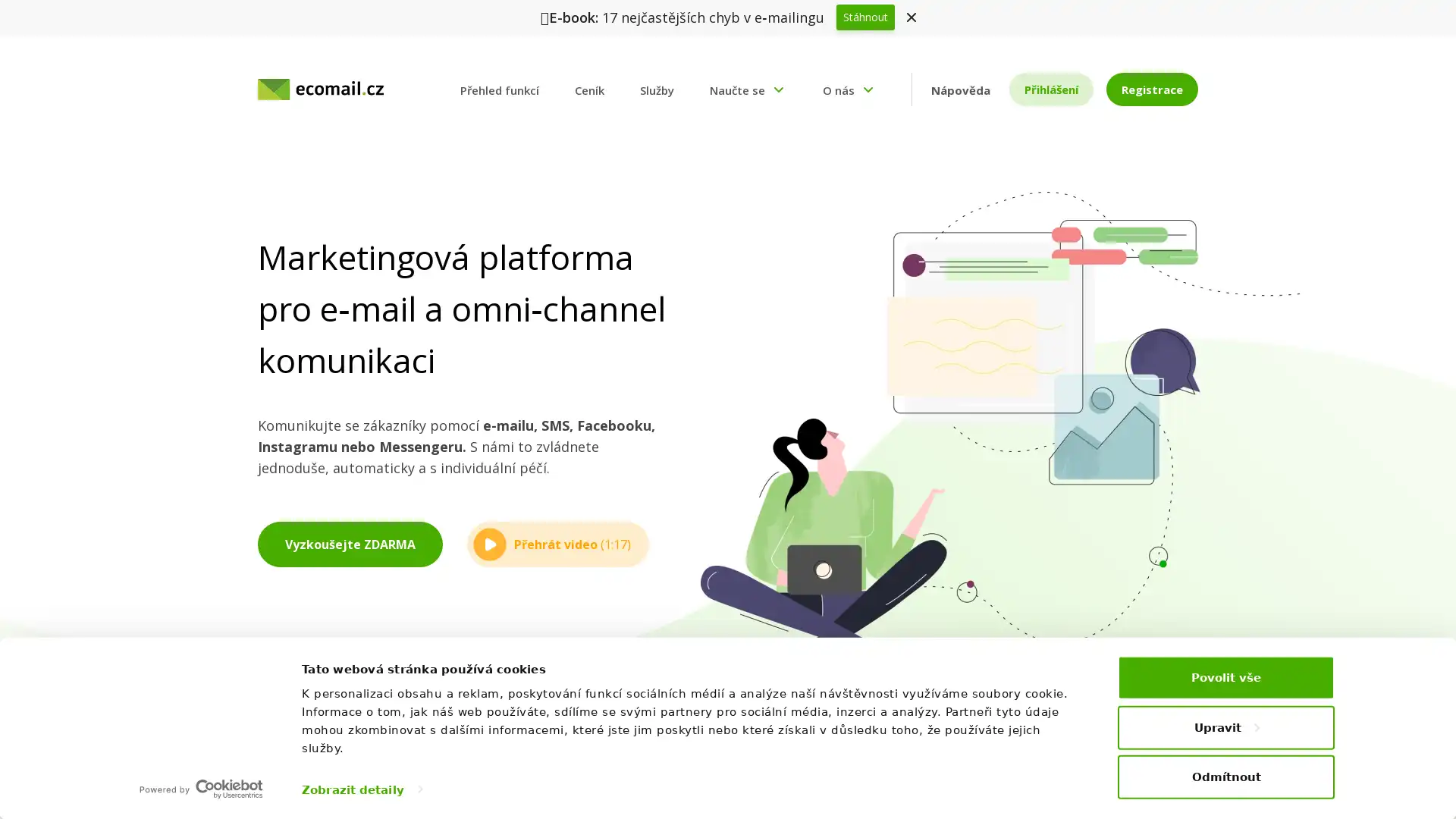  I want to click on Prihlaseni, so click(1050, 89).